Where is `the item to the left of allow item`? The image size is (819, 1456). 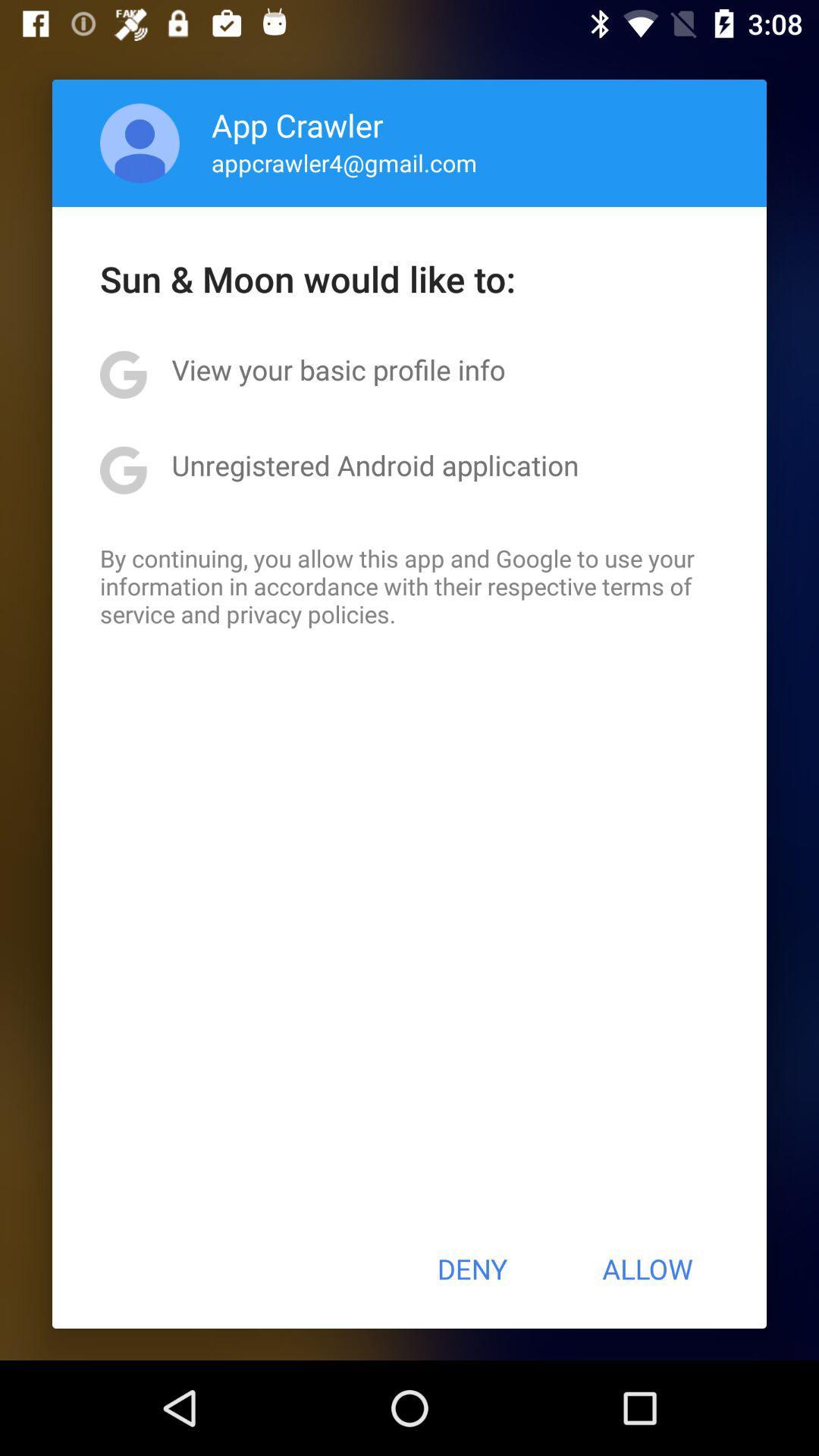
the item to the left of allow item is located at coordinates (471, 1269).